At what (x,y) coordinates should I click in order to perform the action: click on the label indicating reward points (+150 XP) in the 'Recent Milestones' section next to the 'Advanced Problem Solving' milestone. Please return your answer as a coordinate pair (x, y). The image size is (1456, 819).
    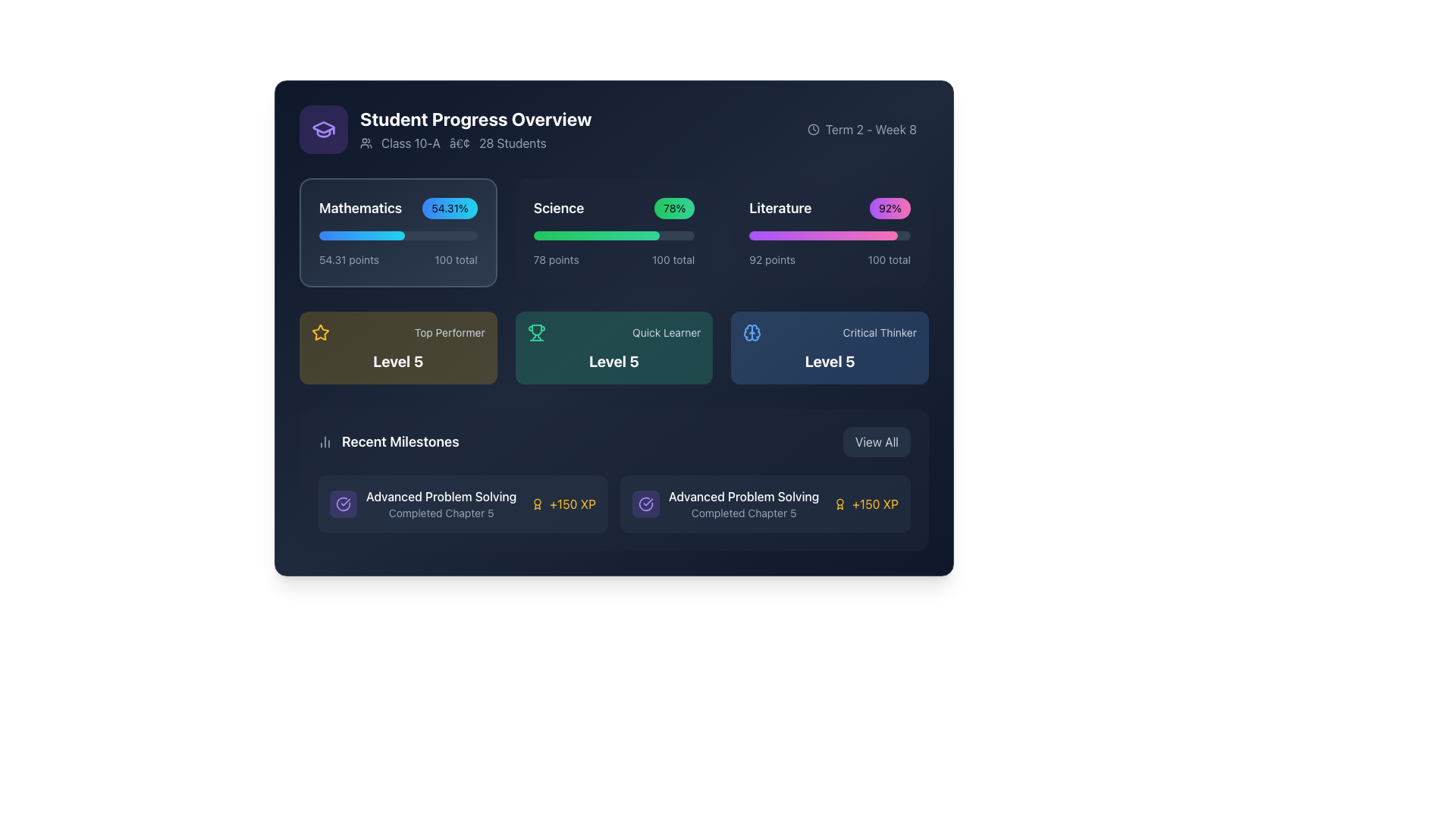
    Looking at the image, I should click on (572, 504).